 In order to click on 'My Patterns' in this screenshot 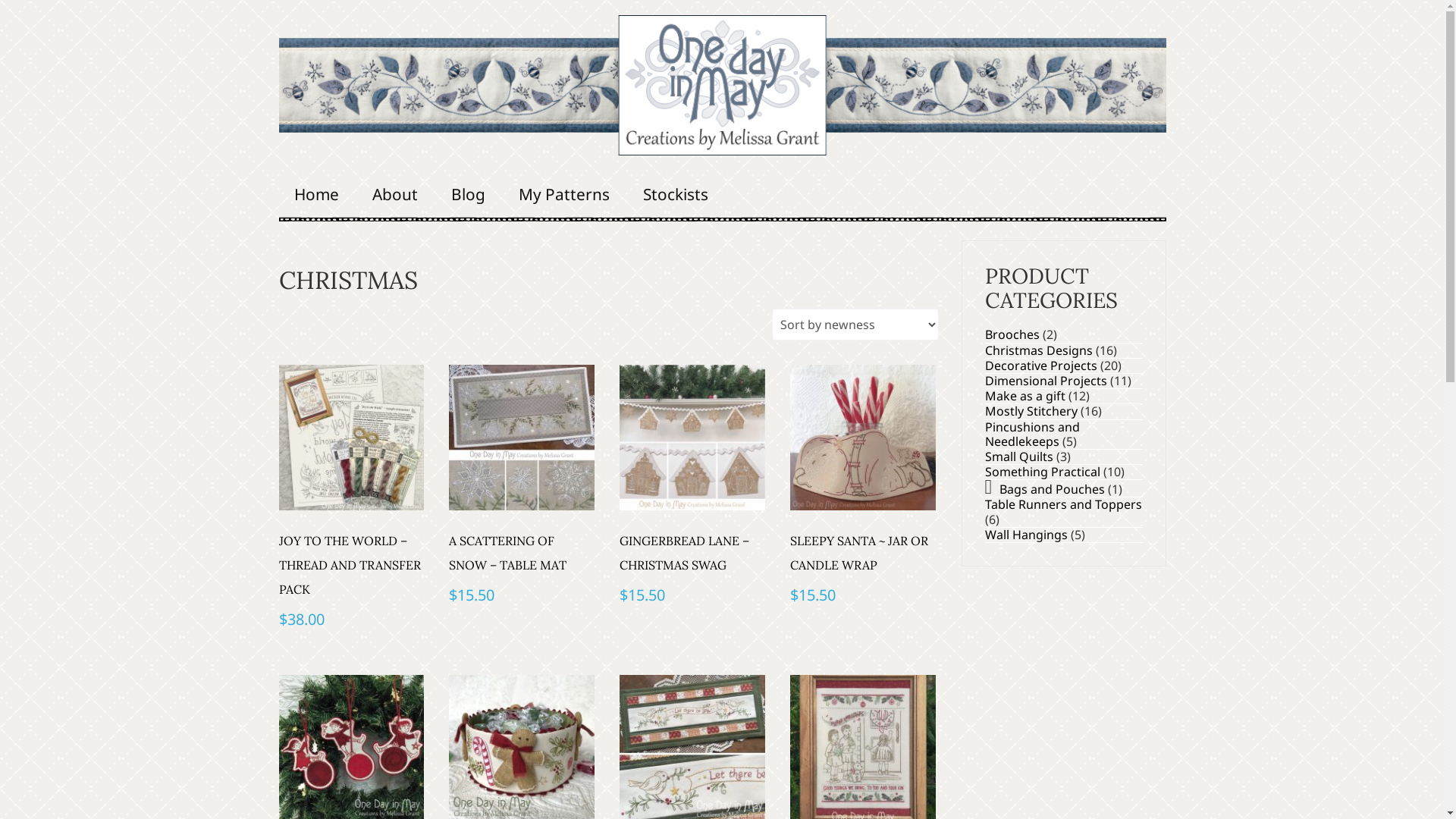, I will do `click(563, 193)`.